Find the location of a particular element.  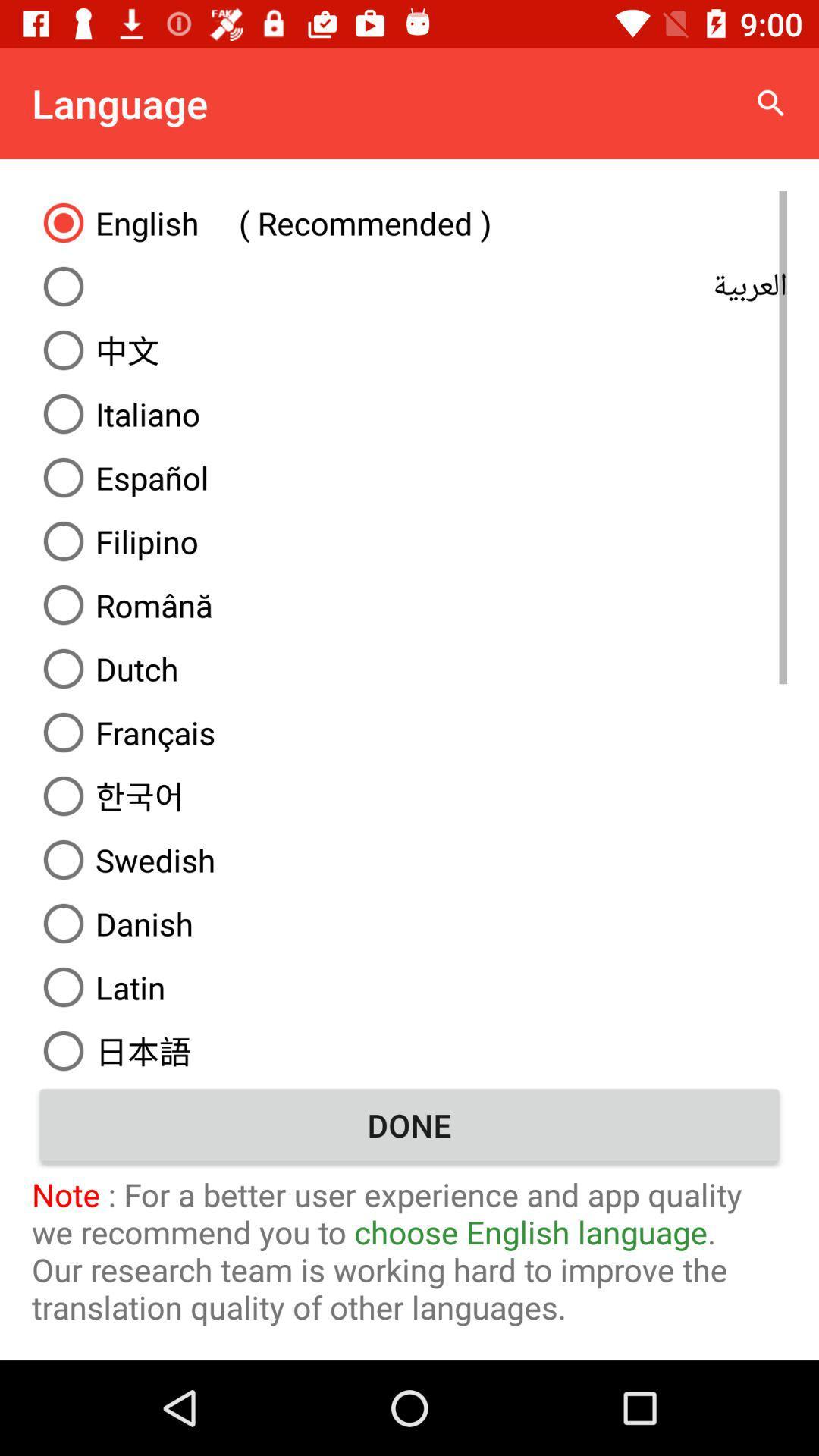

item above the done icon is located at coordinates (409, 1047).